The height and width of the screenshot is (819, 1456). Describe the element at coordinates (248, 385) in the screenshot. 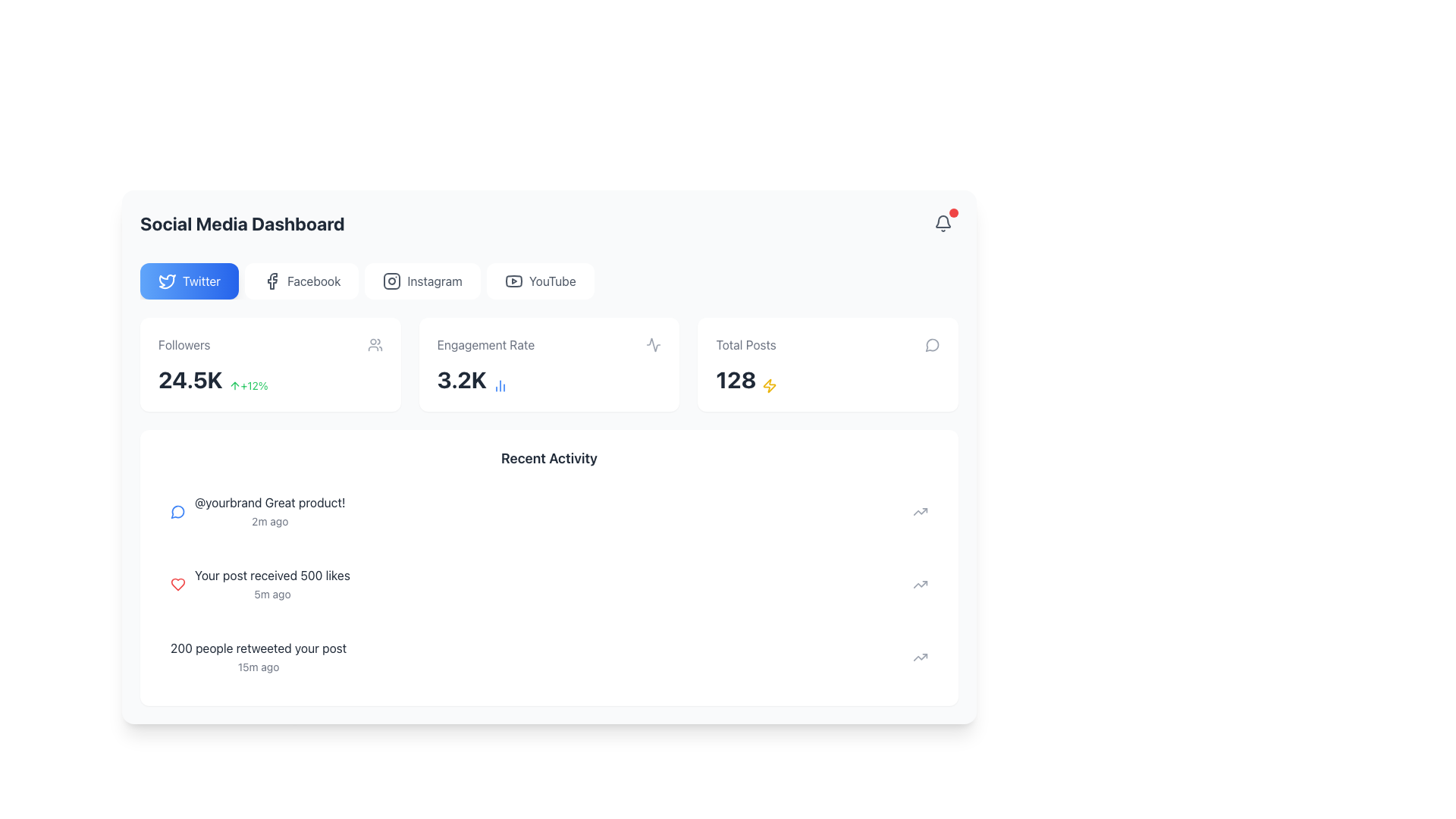

I see `the upward pointing arrow icon followed by the text '+12%' colored green, located in the Followers section next to '24.5K'` at that location.